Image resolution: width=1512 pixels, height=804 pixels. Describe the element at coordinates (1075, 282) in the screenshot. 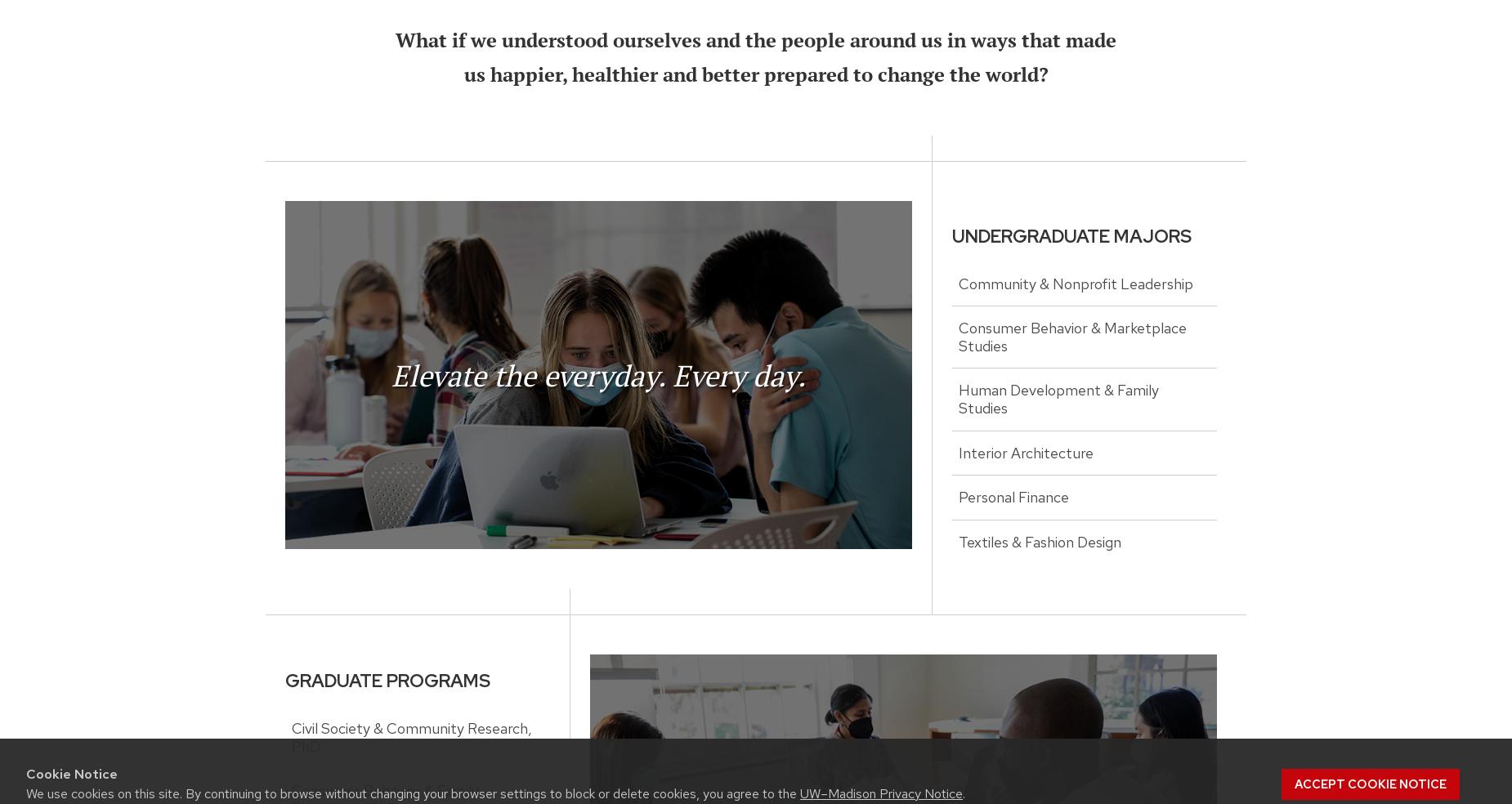

I see `'Community & Nonprofit Leadership'` at that location.